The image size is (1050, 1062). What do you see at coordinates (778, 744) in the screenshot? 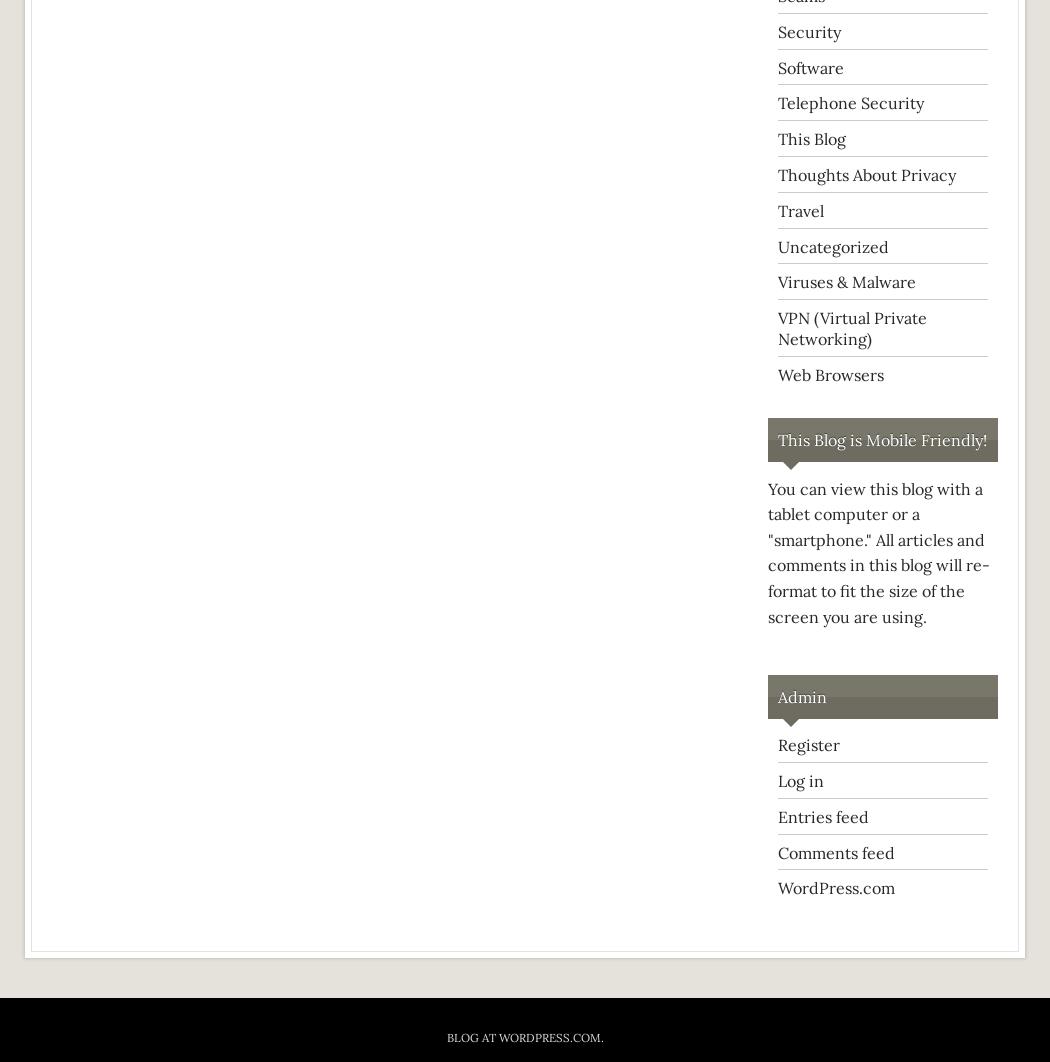
I see `'Register'` at bounding box center [778, 744].